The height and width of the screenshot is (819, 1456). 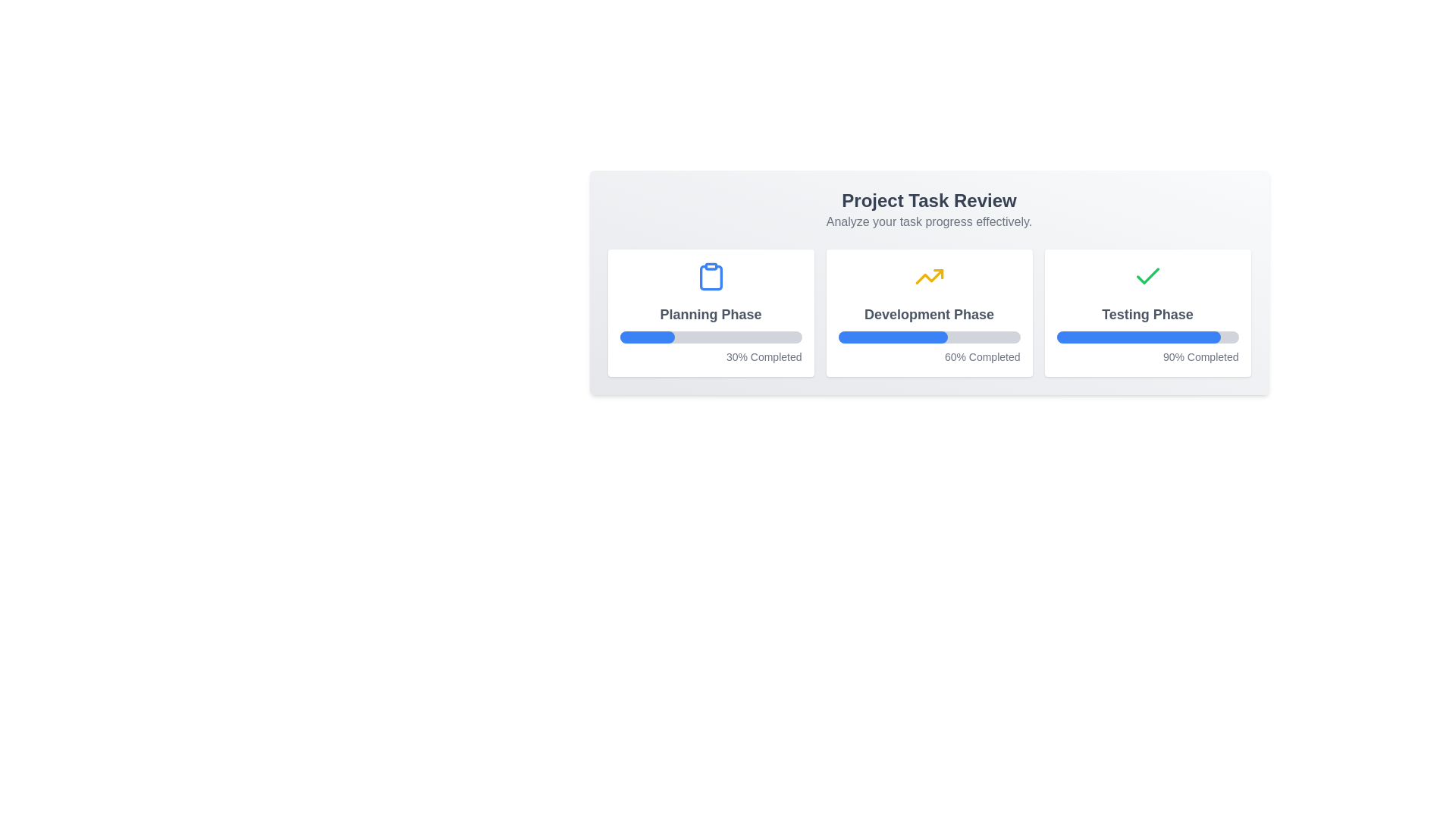 What do you see at coordinates (710, 312) in the screenshot?
I see `the progress bar on the 'Planning Phase' progress tracking card, which features a blue icon and a title in dark gray, to visually understand the progress indicated by the blue segment of the progress bar` at bounding box center [710, 312].